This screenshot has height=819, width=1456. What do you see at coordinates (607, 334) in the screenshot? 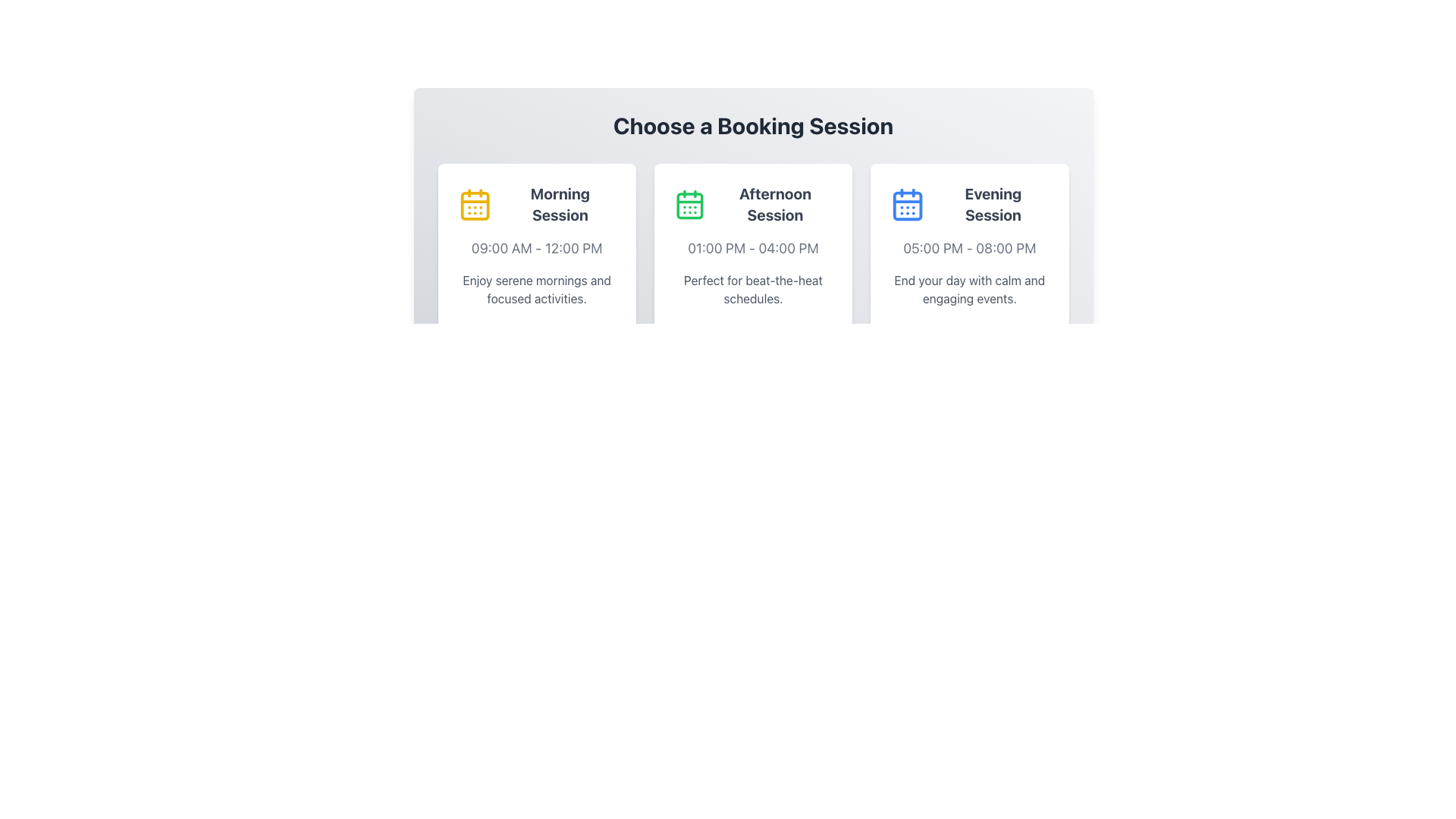
I see `decorative circle SVG graphic located at the bottom-left corner of the 'Morning Session' card, which has a gray stroke outline and no fill` at bounding box center [607, 334].